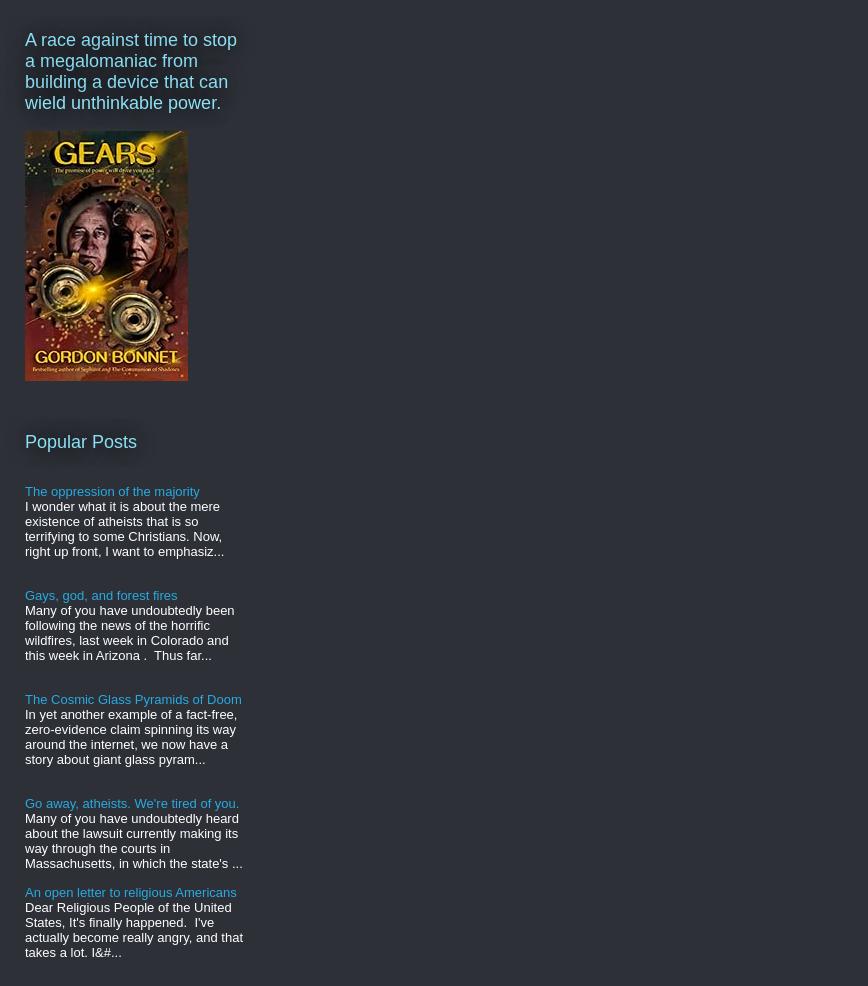 This screenshot has width=868, height=986. What do you see at coordinates (129, 632) in the screenshot?
I see `'Many of you have undoubtedly been following the news of the horrific wildfires, last week in Colorado  and this week in Arizona .   Thus far...'` at bounding box center [129, 632].